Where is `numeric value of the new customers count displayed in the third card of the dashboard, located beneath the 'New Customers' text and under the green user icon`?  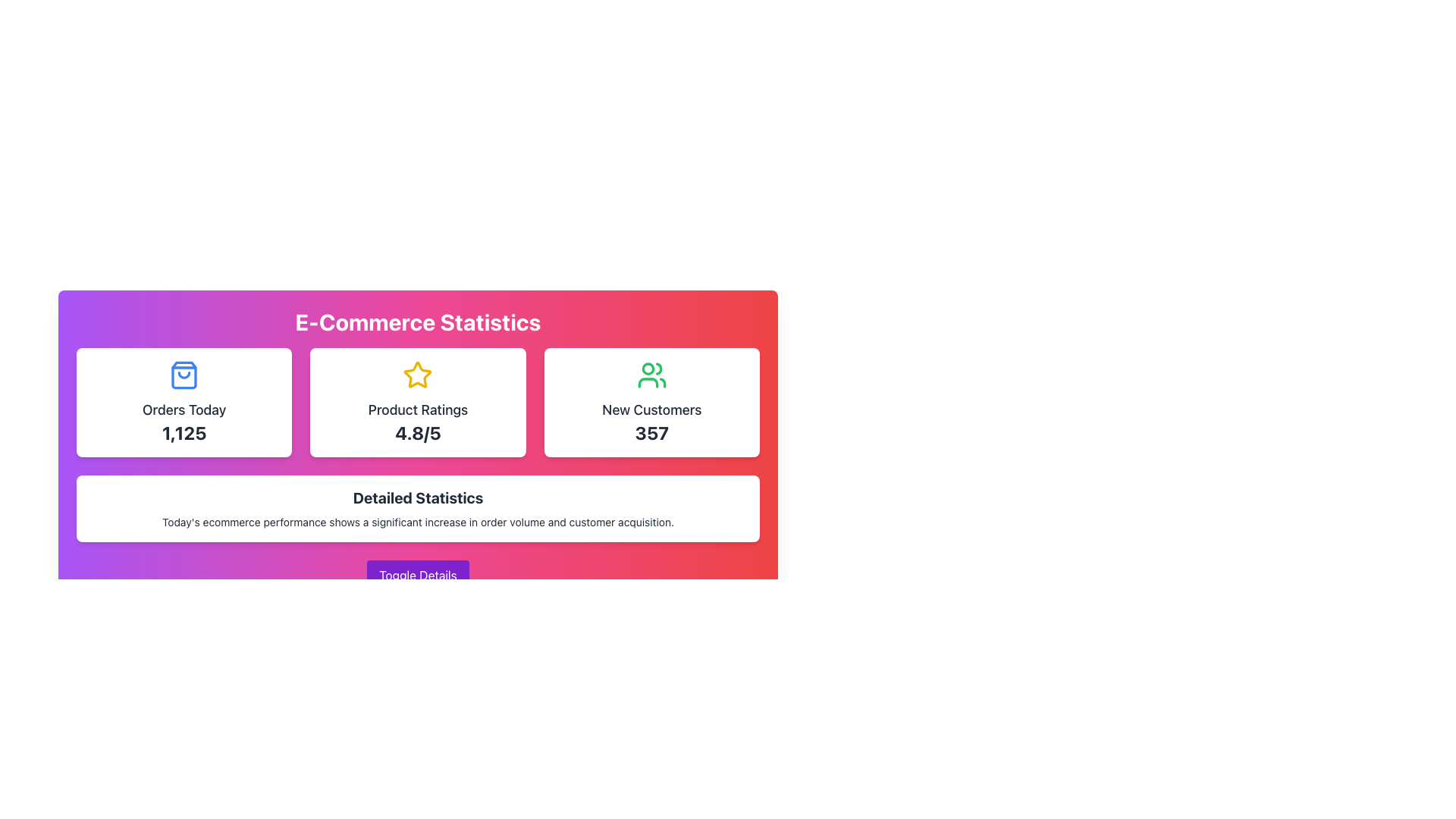 numeric value of the new customers count displayed in the third card of the dashboard, located beneath the 'New Customers' text and under the green user icon is located at coordinates (651, 432).